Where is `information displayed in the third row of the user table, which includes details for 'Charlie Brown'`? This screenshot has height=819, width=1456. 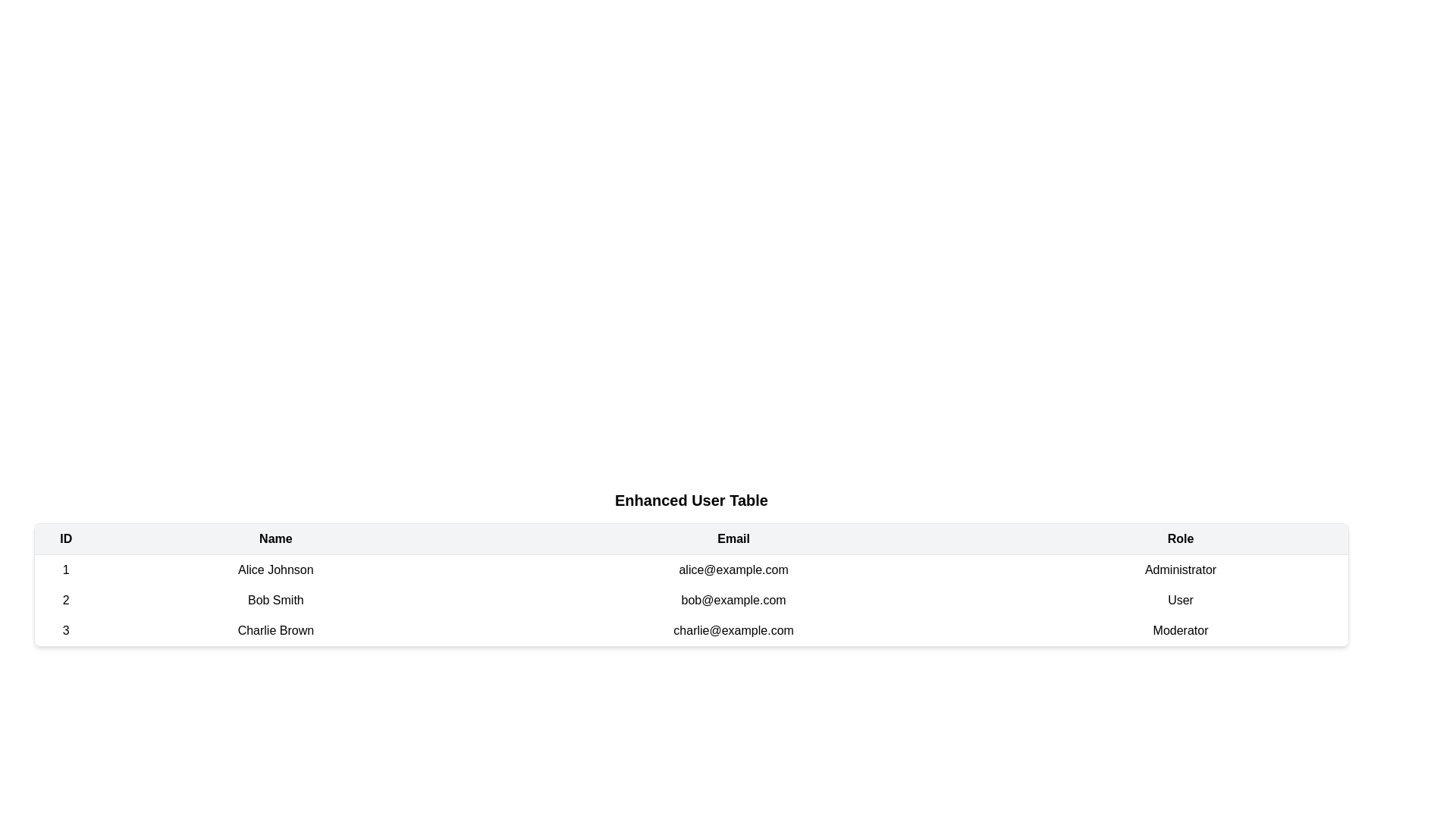 information displayed in the third row of the user table, which includes details for 'Charlie Brown' is located at coordinates (691, 631).